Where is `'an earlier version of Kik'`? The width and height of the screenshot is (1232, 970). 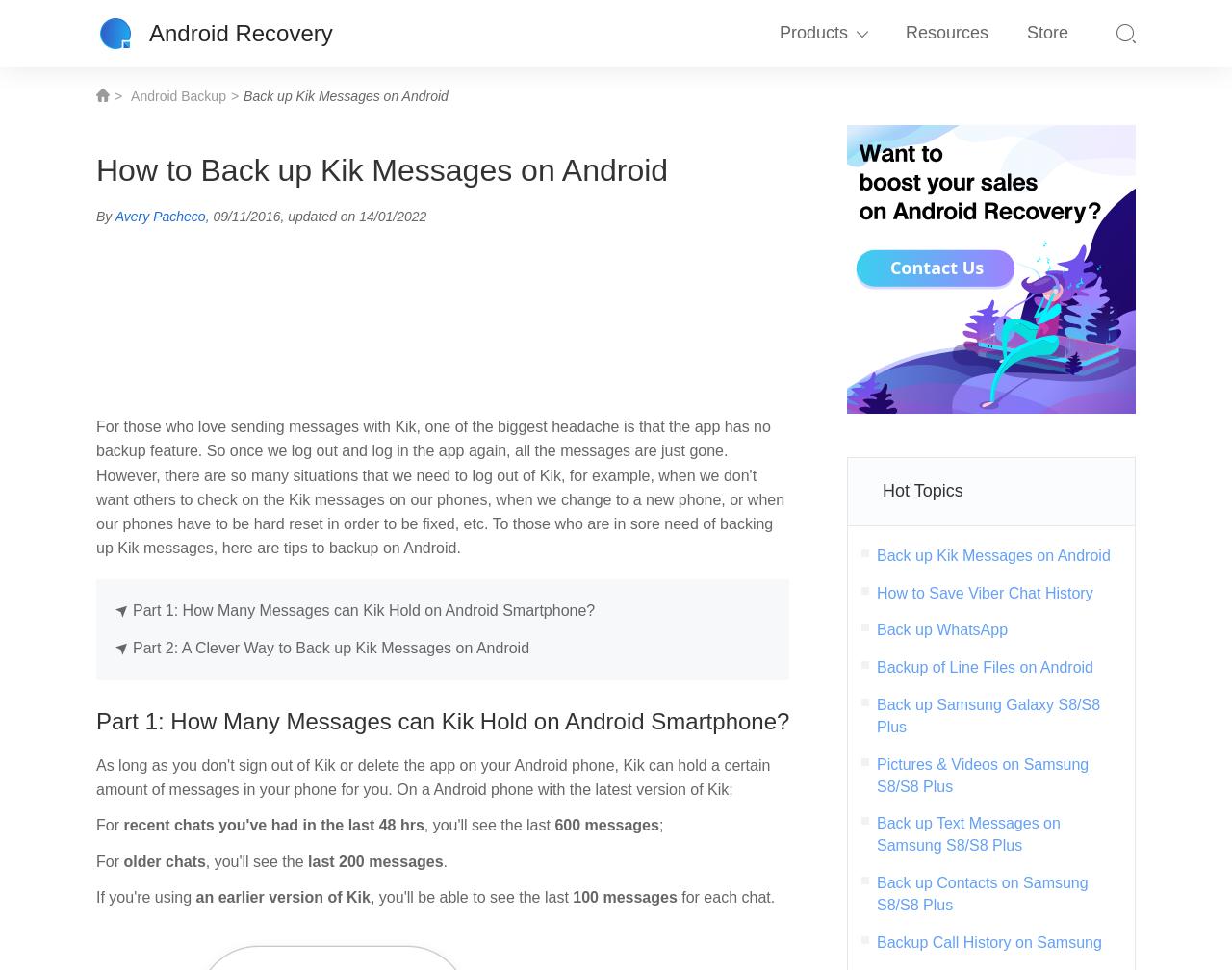 'an earlier version of Kik' is located at coordinates (279, 896).